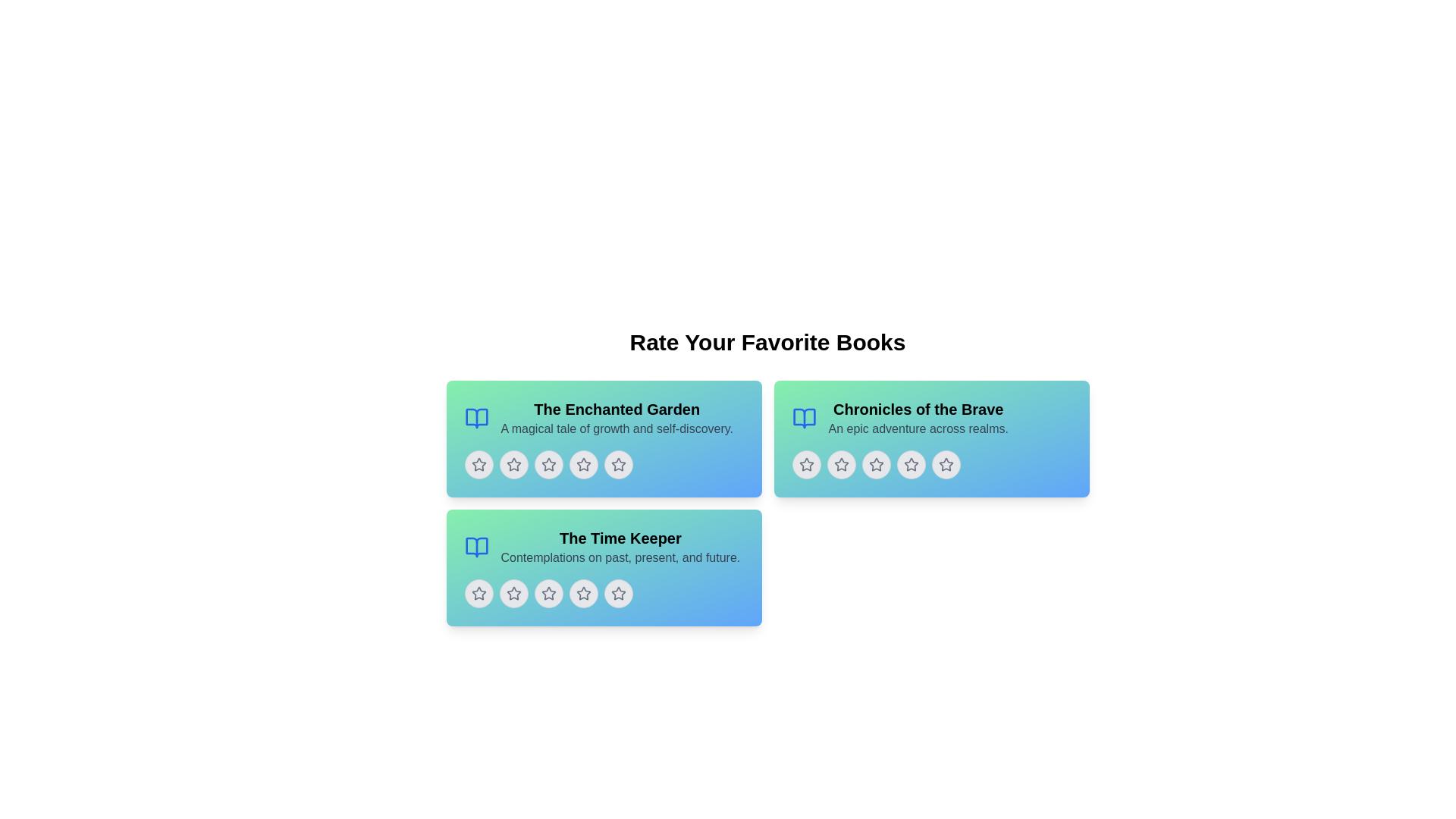 The height and width of the screenshot is (819, 1456). What do you see at coordinates (603, 567) in the screenshot?
I see `the star icons in the card component for 'The Time Keeper'` at bounding box center [603, 567].